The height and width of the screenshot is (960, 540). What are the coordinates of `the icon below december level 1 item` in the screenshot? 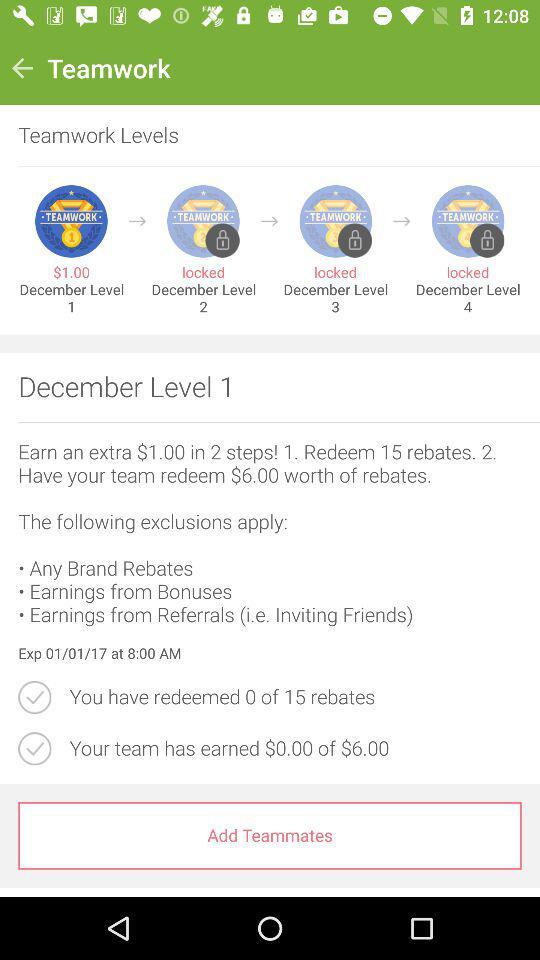 It's located at (270, 422).